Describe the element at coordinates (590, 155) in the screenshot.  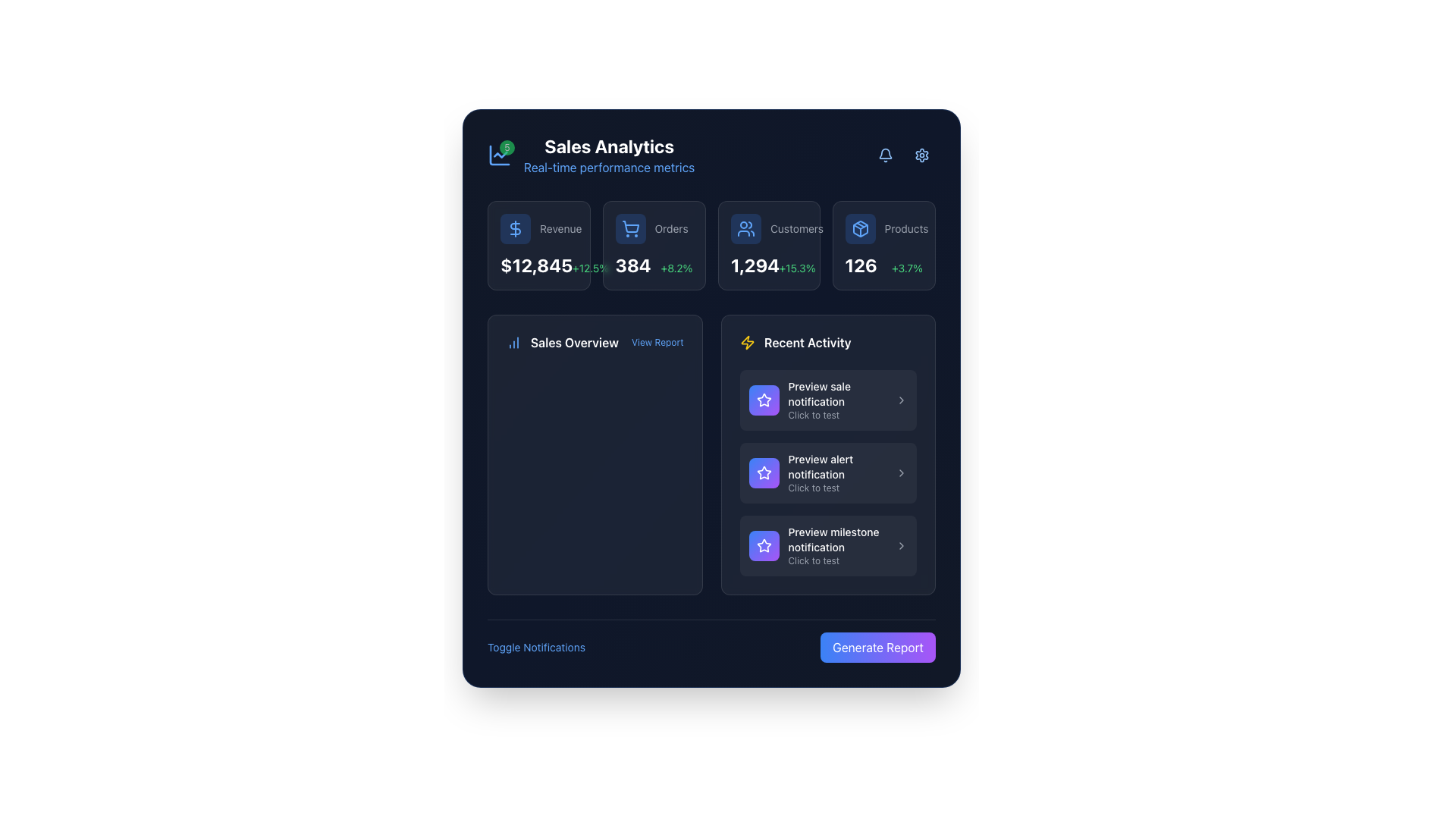
I see `displayed text from the Header with badge and descriptive text located at the top-left corner of its section, which serves as the title for the dashboard and provides summary information` at that location.